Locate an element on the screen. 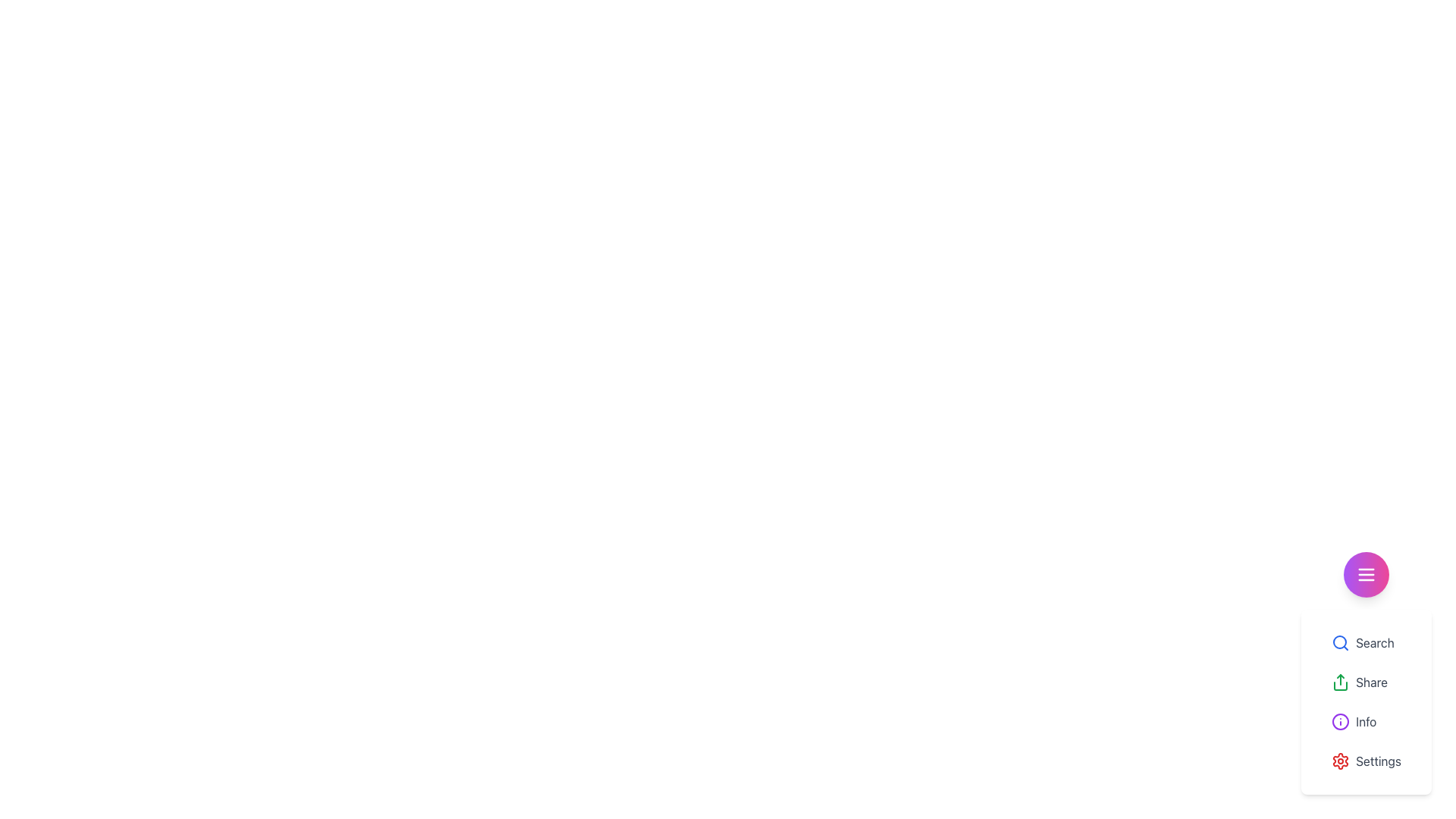 Image resolution: width=1456 pixels, height=819 pixels. the informational indicator icon located to the left of the 'Info' label in the dropdown menu, which is the third option from the top is located at coordinates (1341, 721).